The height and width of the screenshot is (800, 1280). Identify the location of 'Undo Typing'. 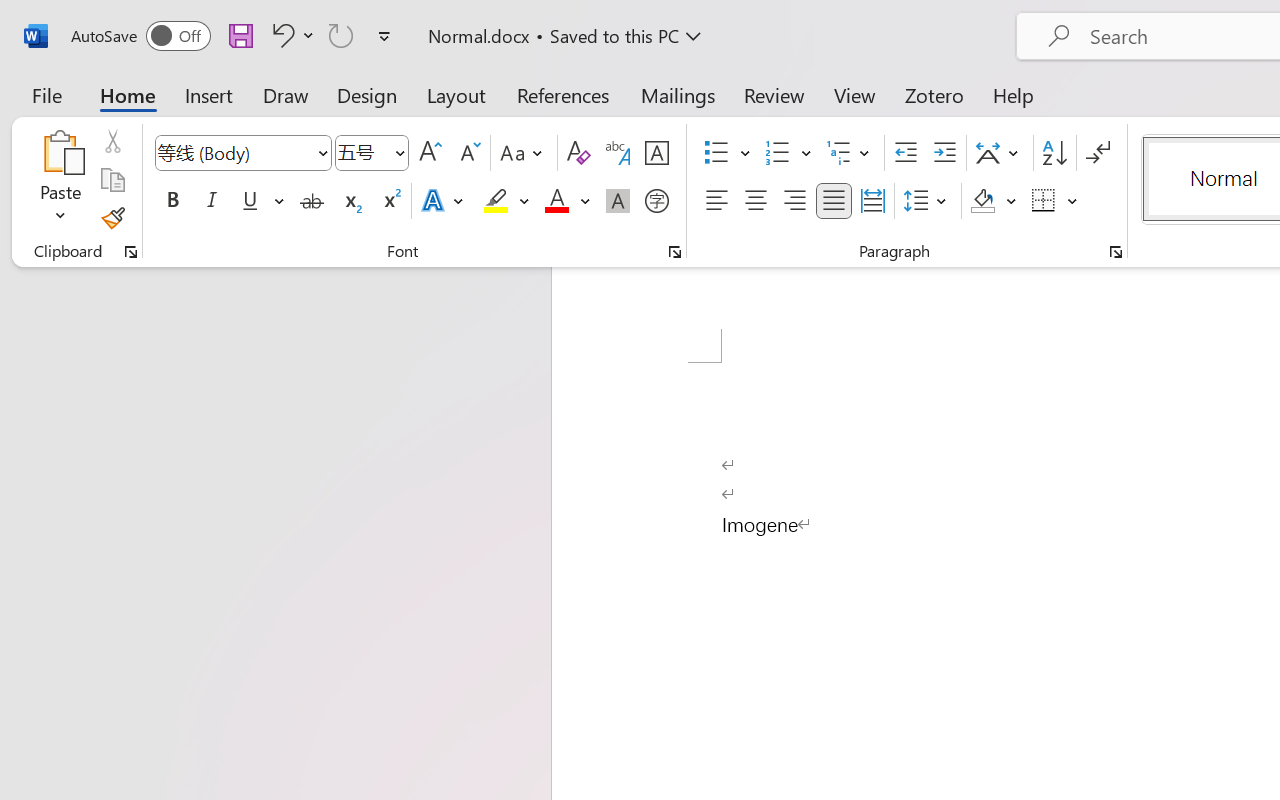
(289, 34).